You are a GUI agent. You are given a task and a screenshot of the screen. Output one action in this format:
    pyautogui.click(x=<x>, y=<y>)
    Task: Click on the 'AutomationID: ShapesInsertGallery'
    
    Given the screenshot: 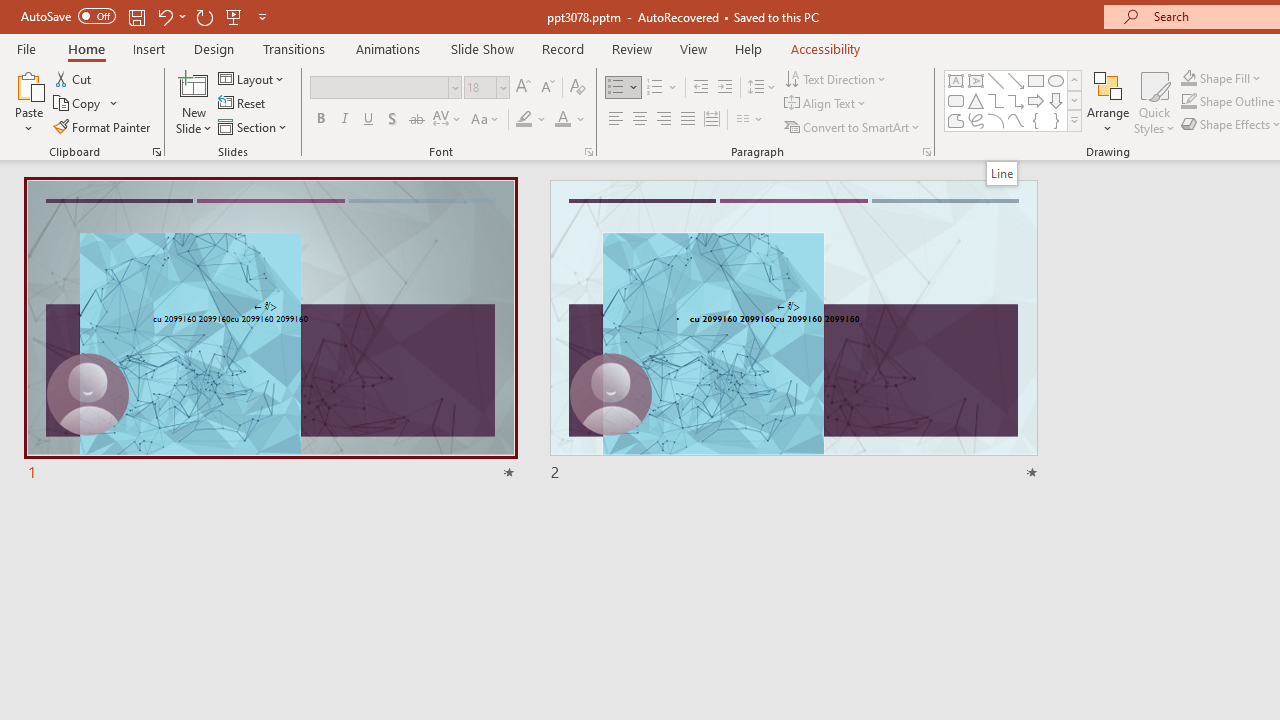 What is the action you would take?
    pyautogui.click(x=1014, y=100)
    